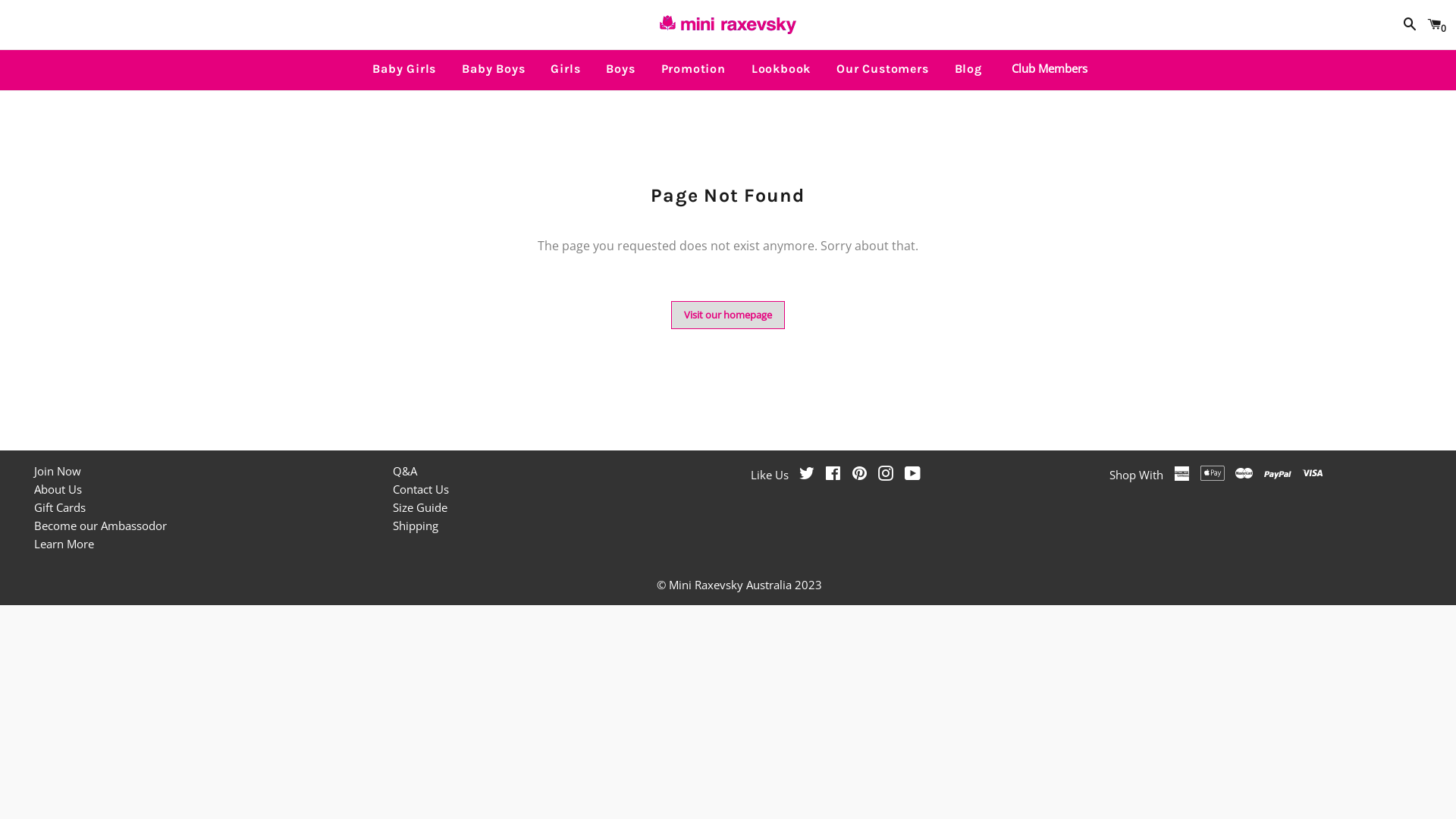 Image resolution: width=1456 pixels, height=819 pixels. Describe the element at coordinates (885, 473) in the screenshot. I see `'Instagram'` at that location.